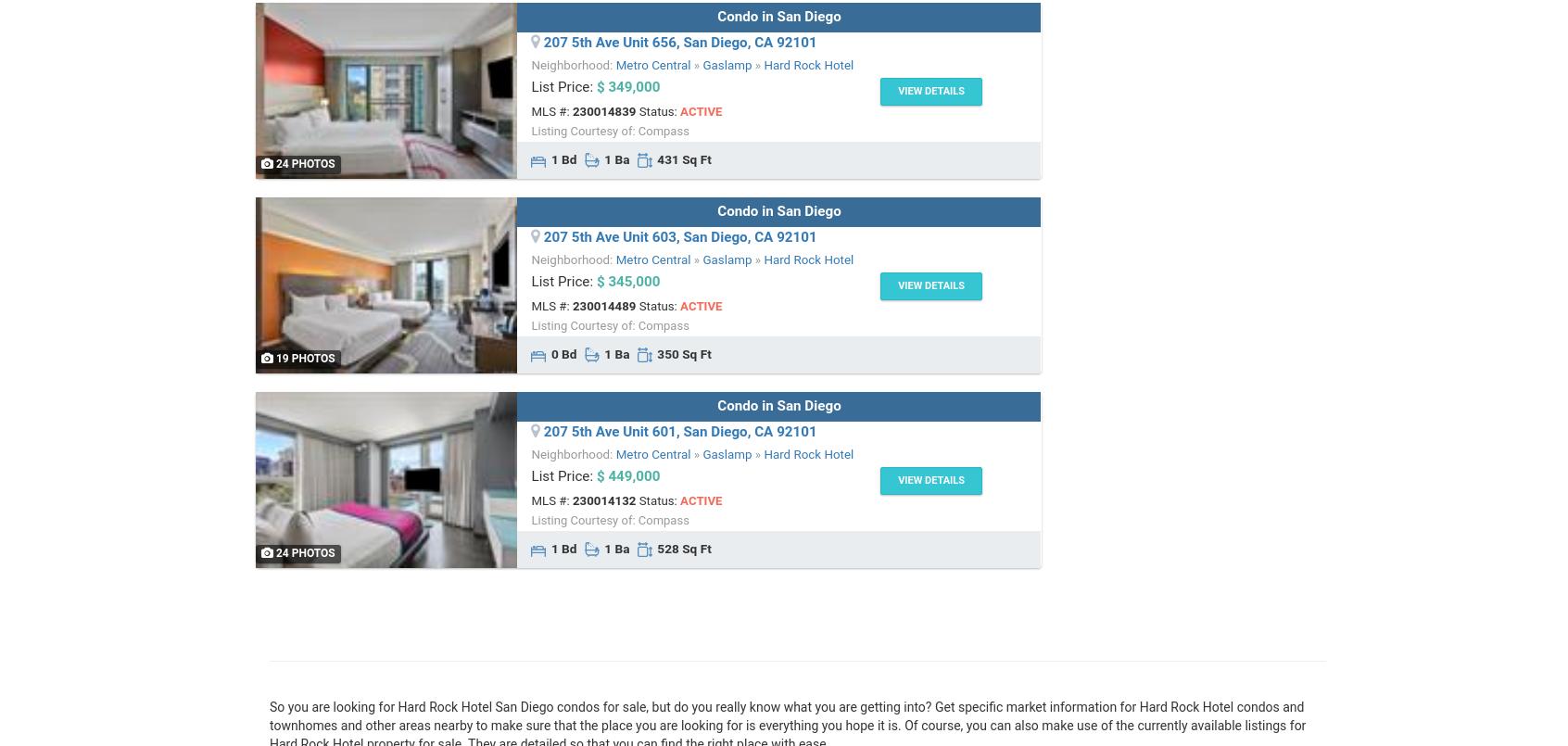  I want to click on '528 Sq Ft', so click(681, 548).